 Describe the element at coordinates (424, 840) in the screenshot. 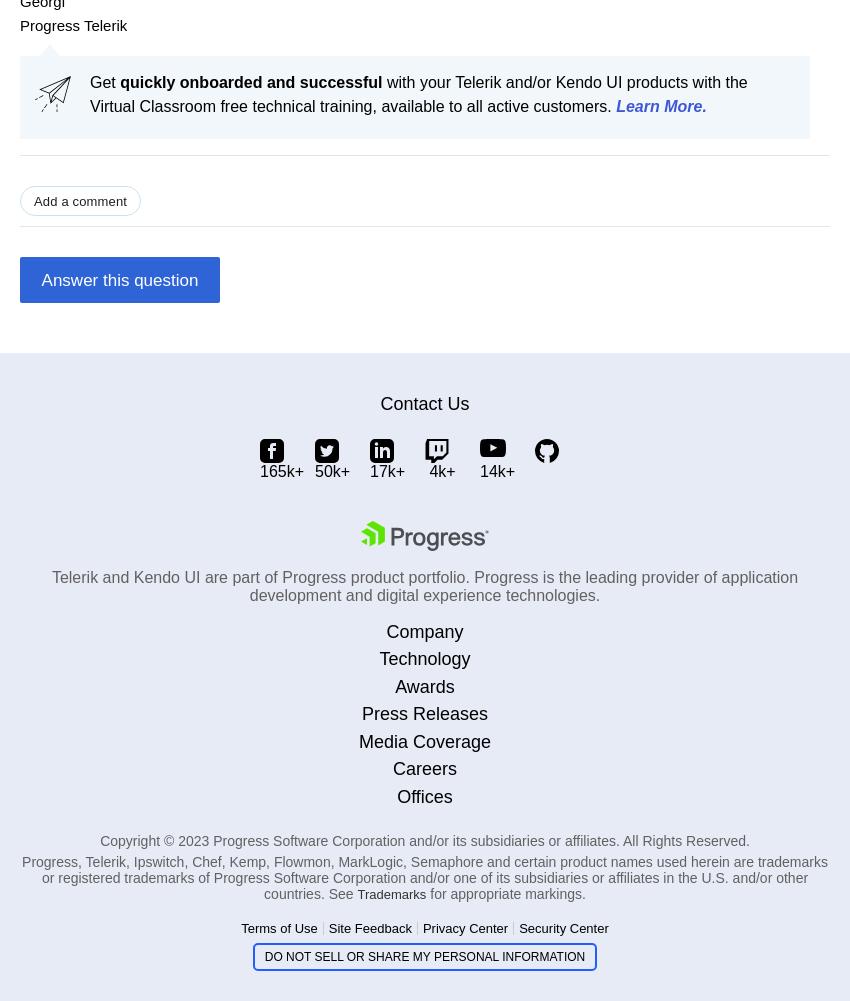

I see `'Copyright © 2023 Progress Software Corporation and/or its subsidiaries or affiliates. All Rights Reserved.'` at that location.